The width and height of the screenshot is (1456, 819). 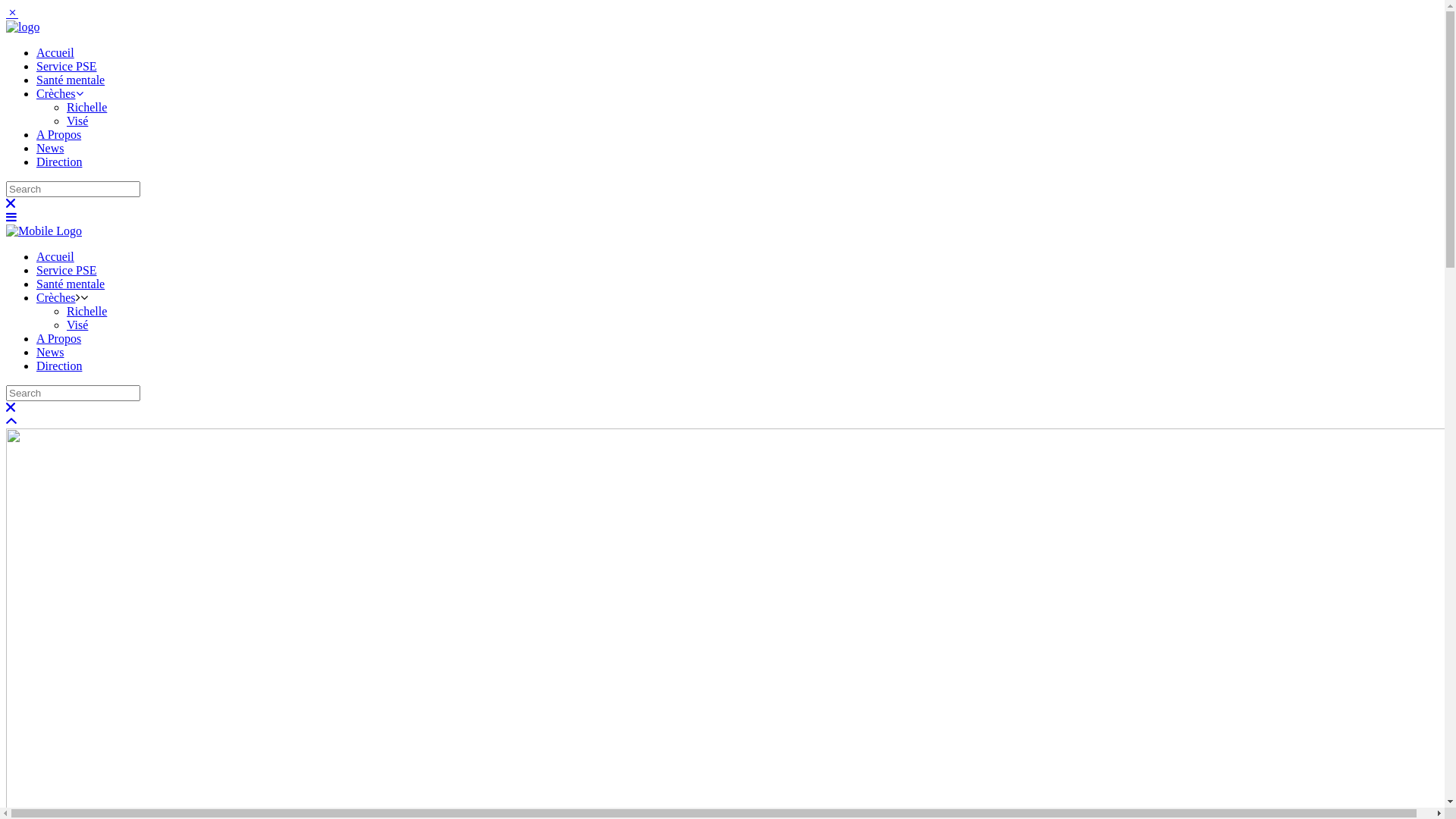 I want to click on 'Service PSE', so click(x=65, y=269).